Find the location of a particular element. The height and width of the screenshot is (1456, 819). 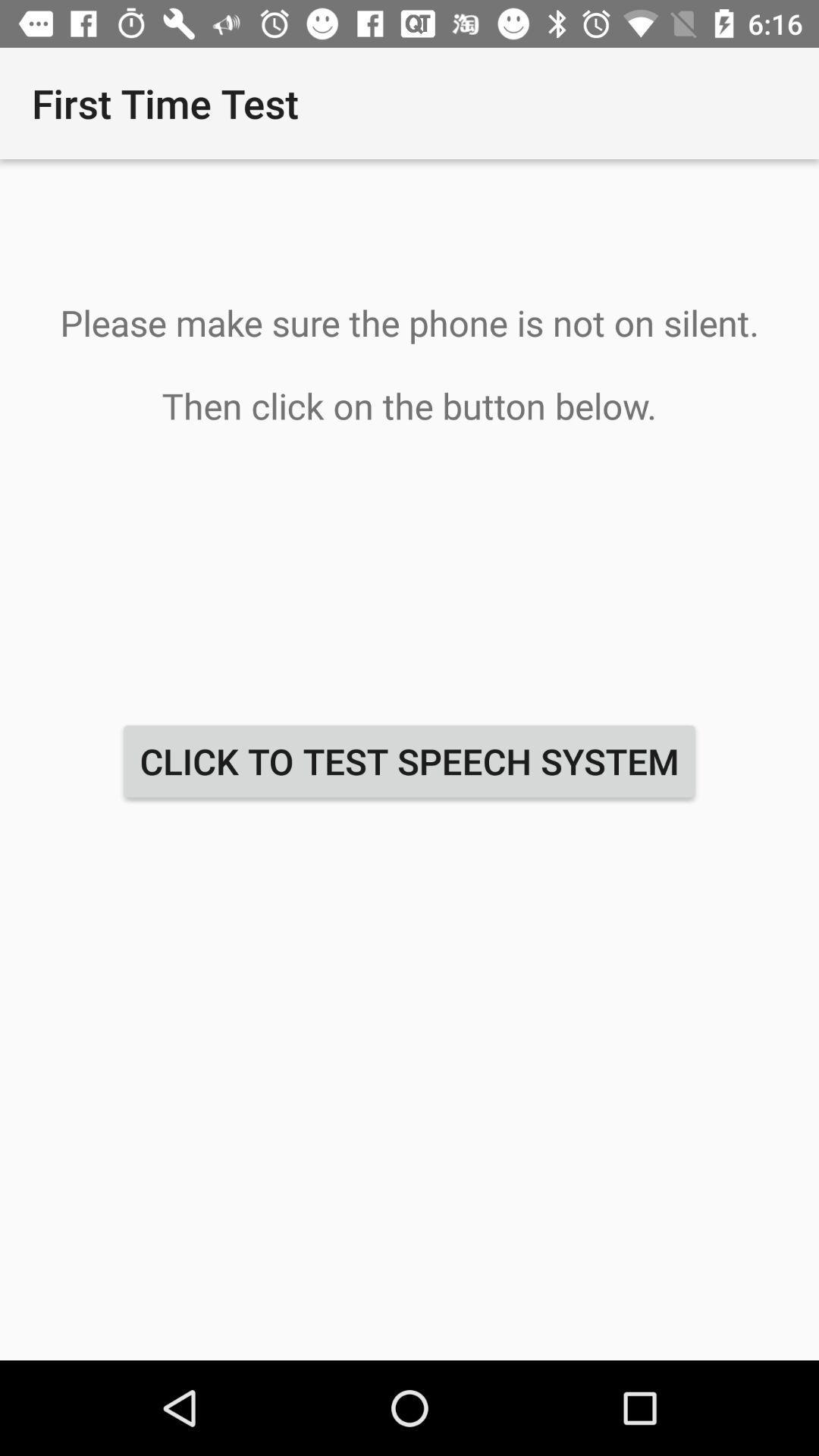

the item below the please make sure icon is located at coordinates (409, 761).